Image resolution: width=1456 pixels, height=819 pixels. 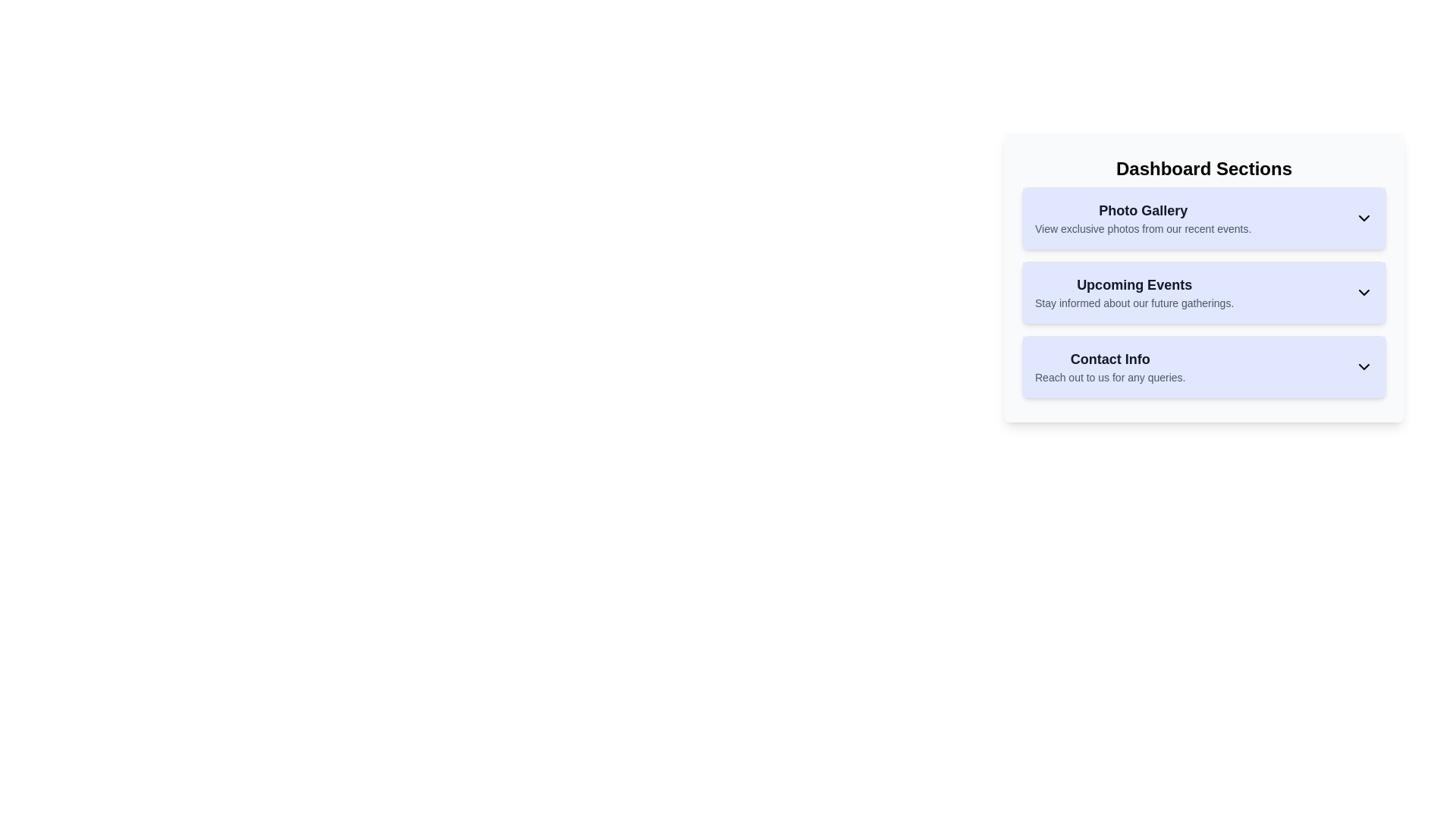 I want to click on the third Text element in the 'Dashboard Sections' card that provides contact details or options, so click(x=1110, y=366).